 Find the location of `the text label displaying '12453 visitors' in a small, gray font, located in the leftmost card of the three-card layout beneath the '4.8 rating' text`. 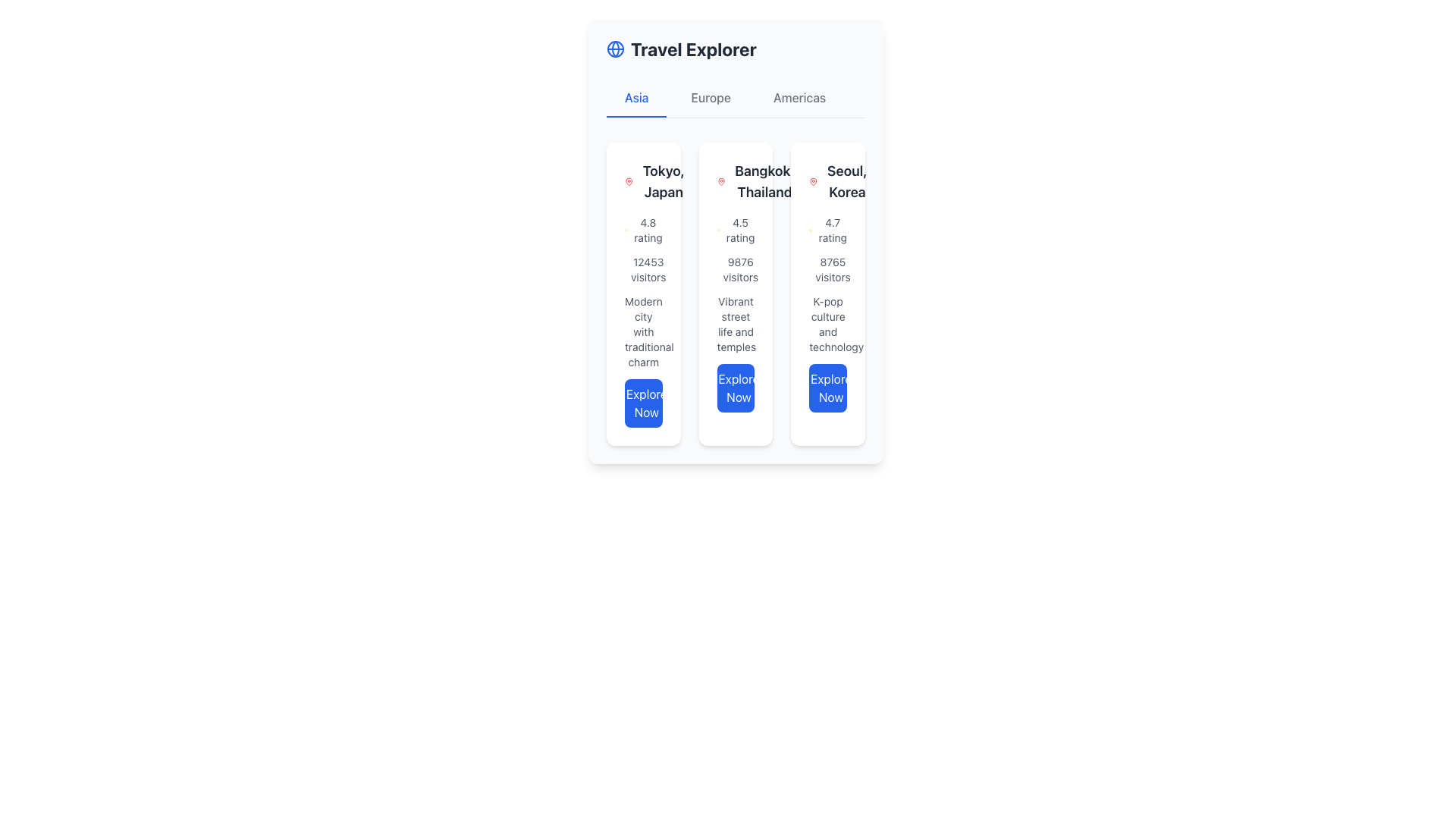

the text label displaying '12453 visitors' in a small, gray font, located in the leftmost card of the three-card layout beneath the '4.8 rating' text is located at coordinates (648, 268).